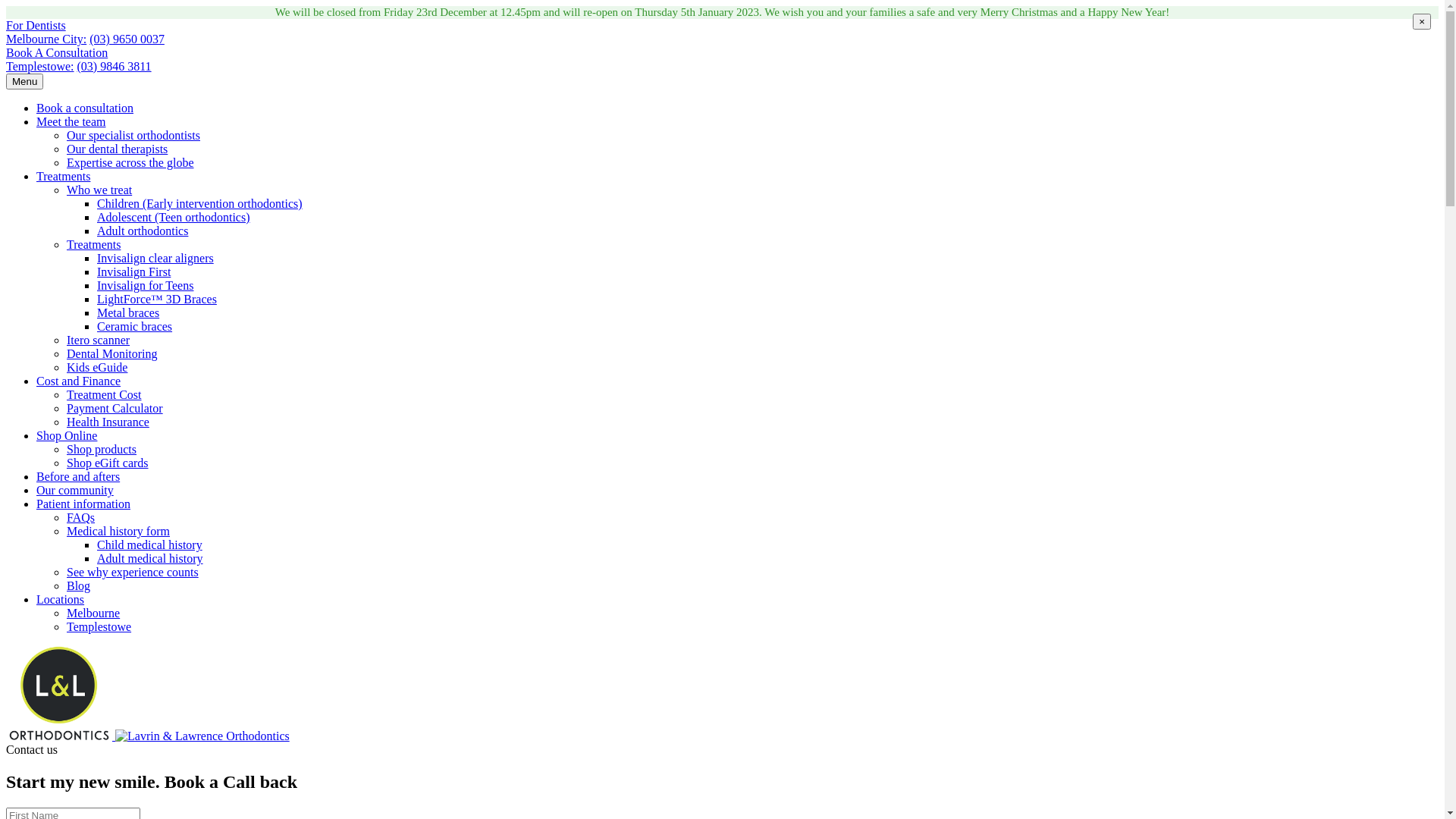 The width and height of the screenshot is (1456, 819). I want to click on '(03) 9846 3811', so click(113, 65).